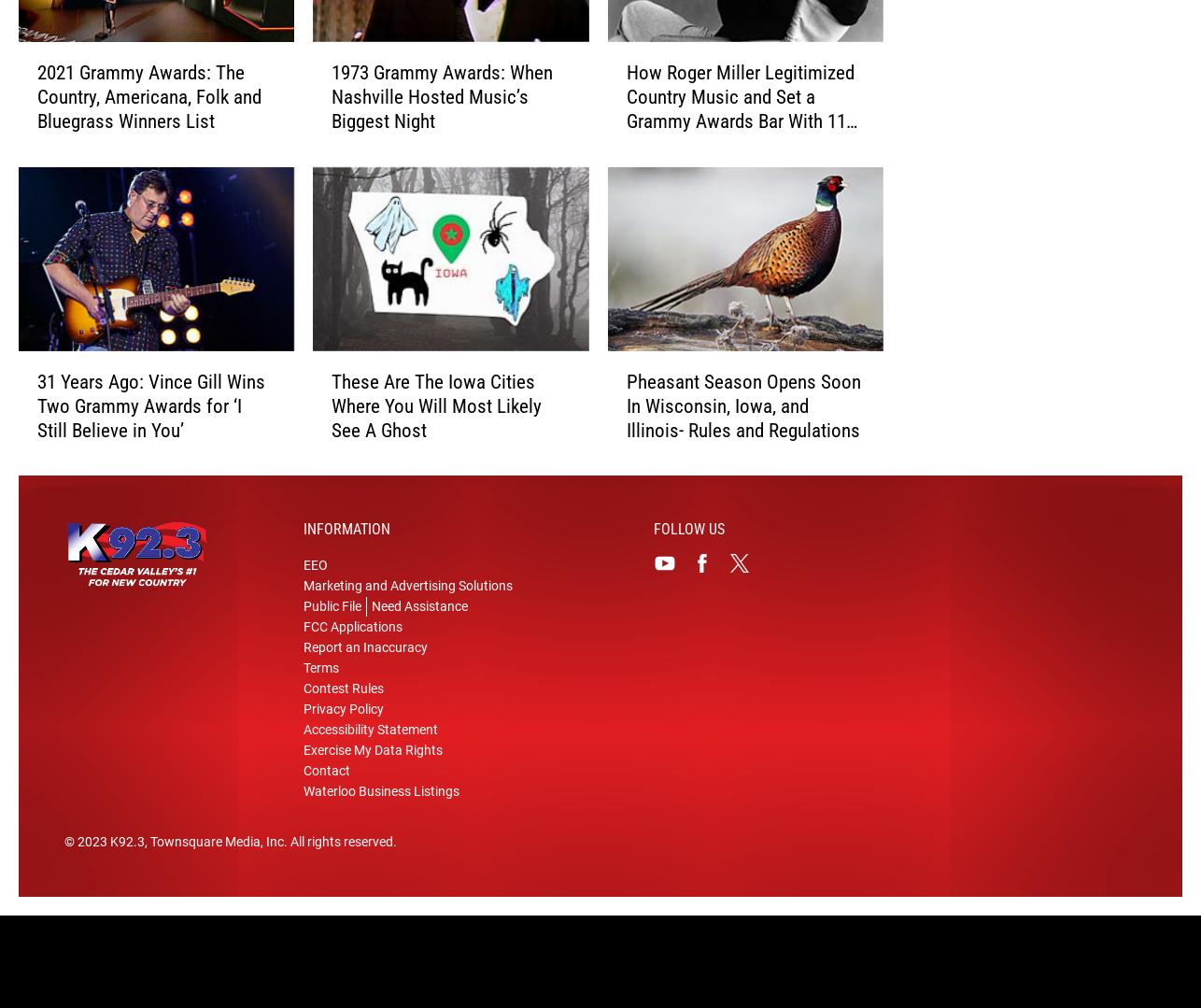 The width and height of the screenshot is (1201, 1008). I want to click on 'How Roger Miller Legitimized Country Music and Set a Grammy Awards Bar With 11 Wins in Two Years', so click(740, 137).